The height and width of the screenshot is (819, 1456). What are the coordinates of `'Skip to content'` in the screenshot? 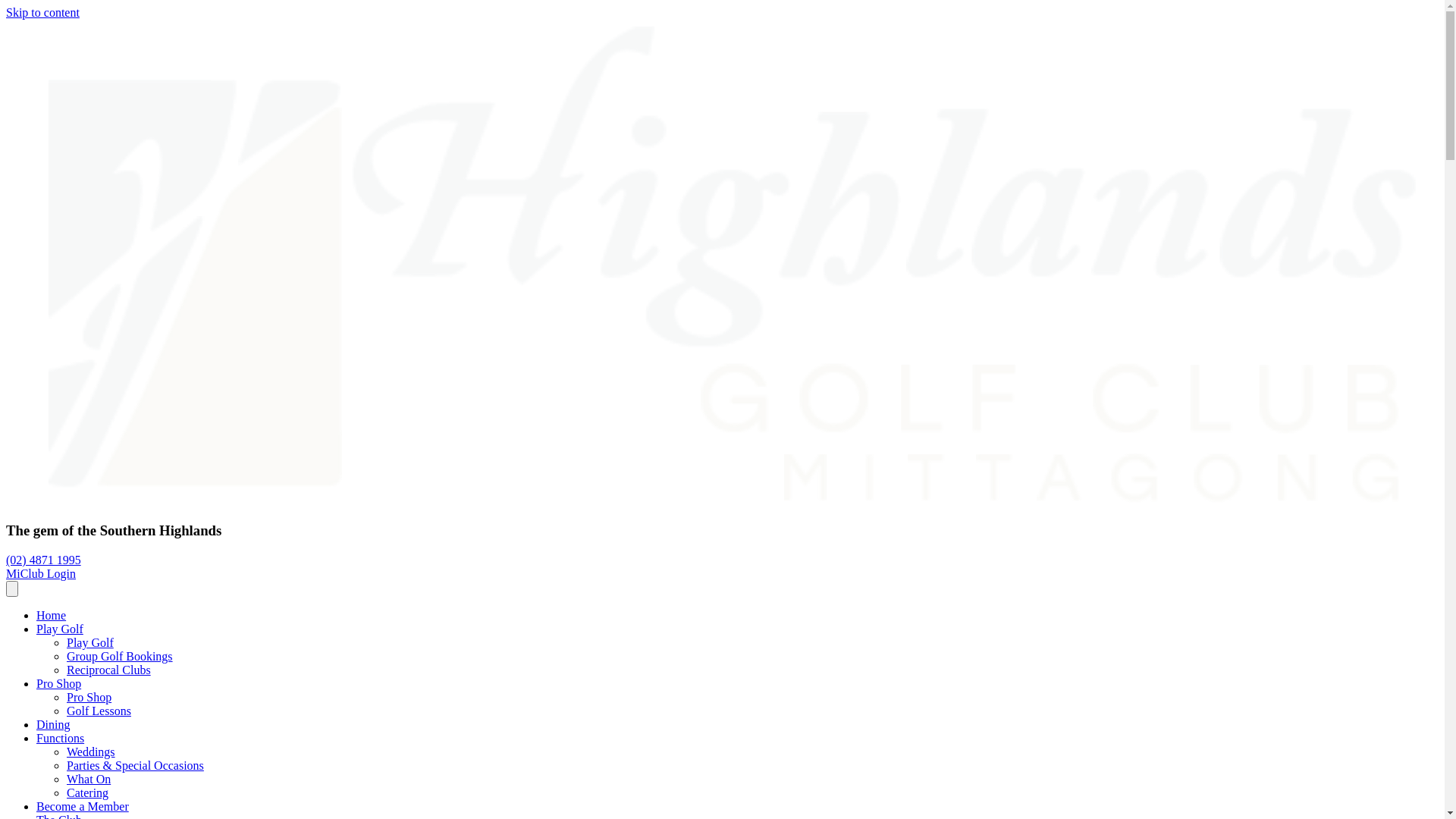 It's located at (42, 12).